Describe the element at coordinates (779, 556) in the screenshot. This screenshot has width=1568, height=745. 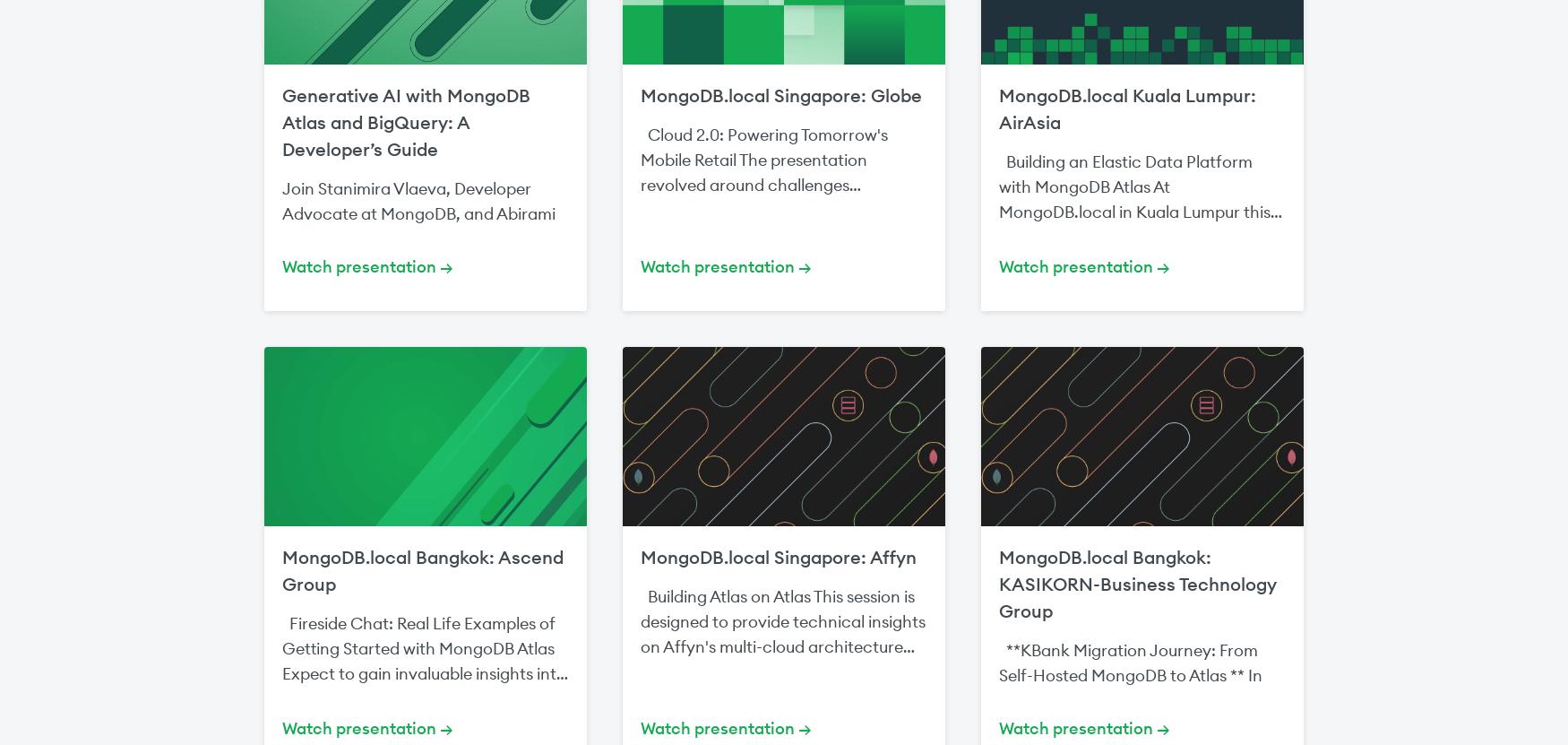
I see `'MongoDB.local Singapore: Affyn'` at that location.